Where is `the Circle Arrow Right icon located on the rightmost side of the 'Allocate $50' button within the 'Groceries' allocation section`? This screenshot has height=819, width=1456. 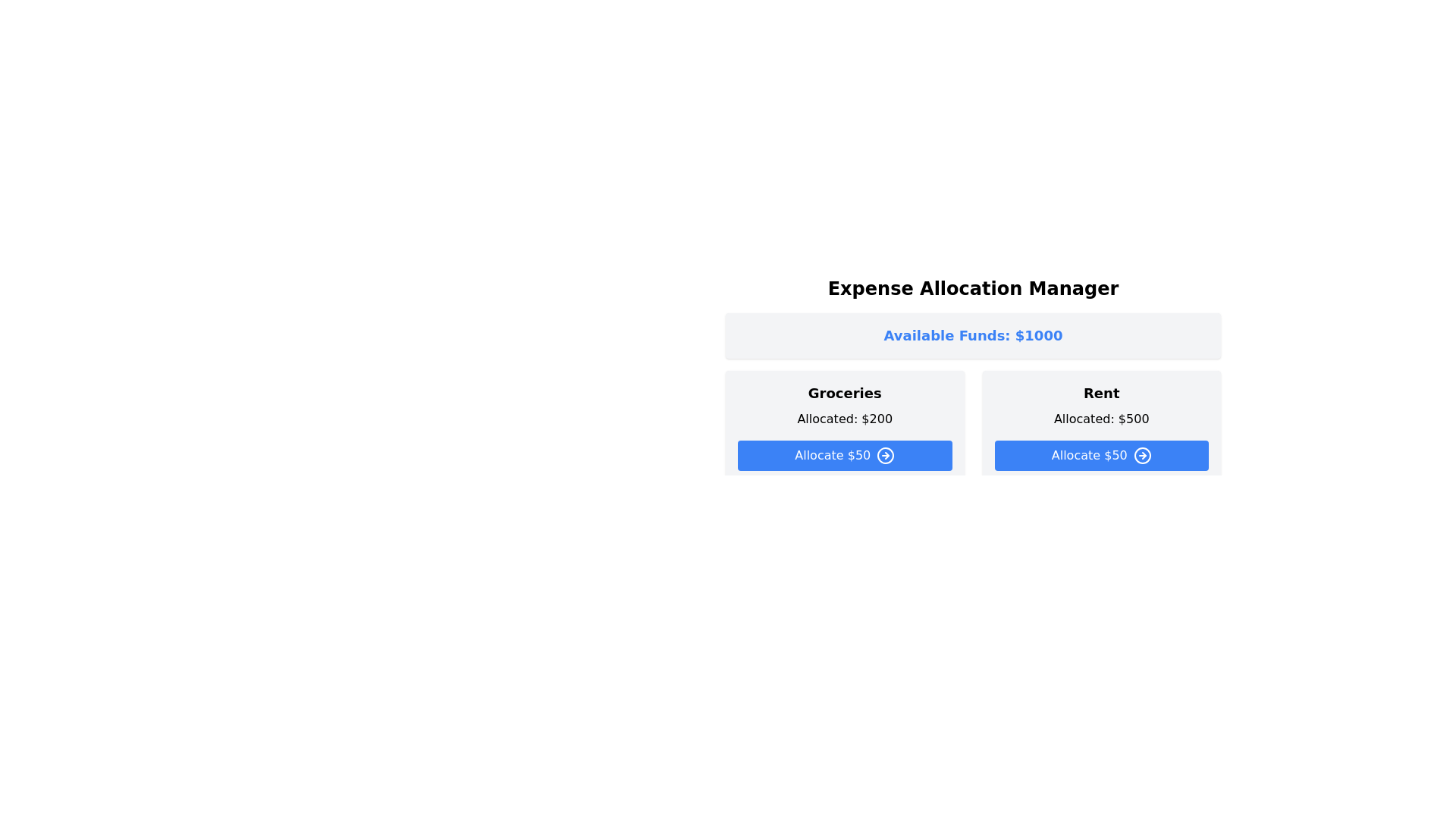
the Circle Arrow Right icon located on the rightmost side of the 'Allocate $50' button within the 'Groceries' allocation section is located at coordinates (886, 455).